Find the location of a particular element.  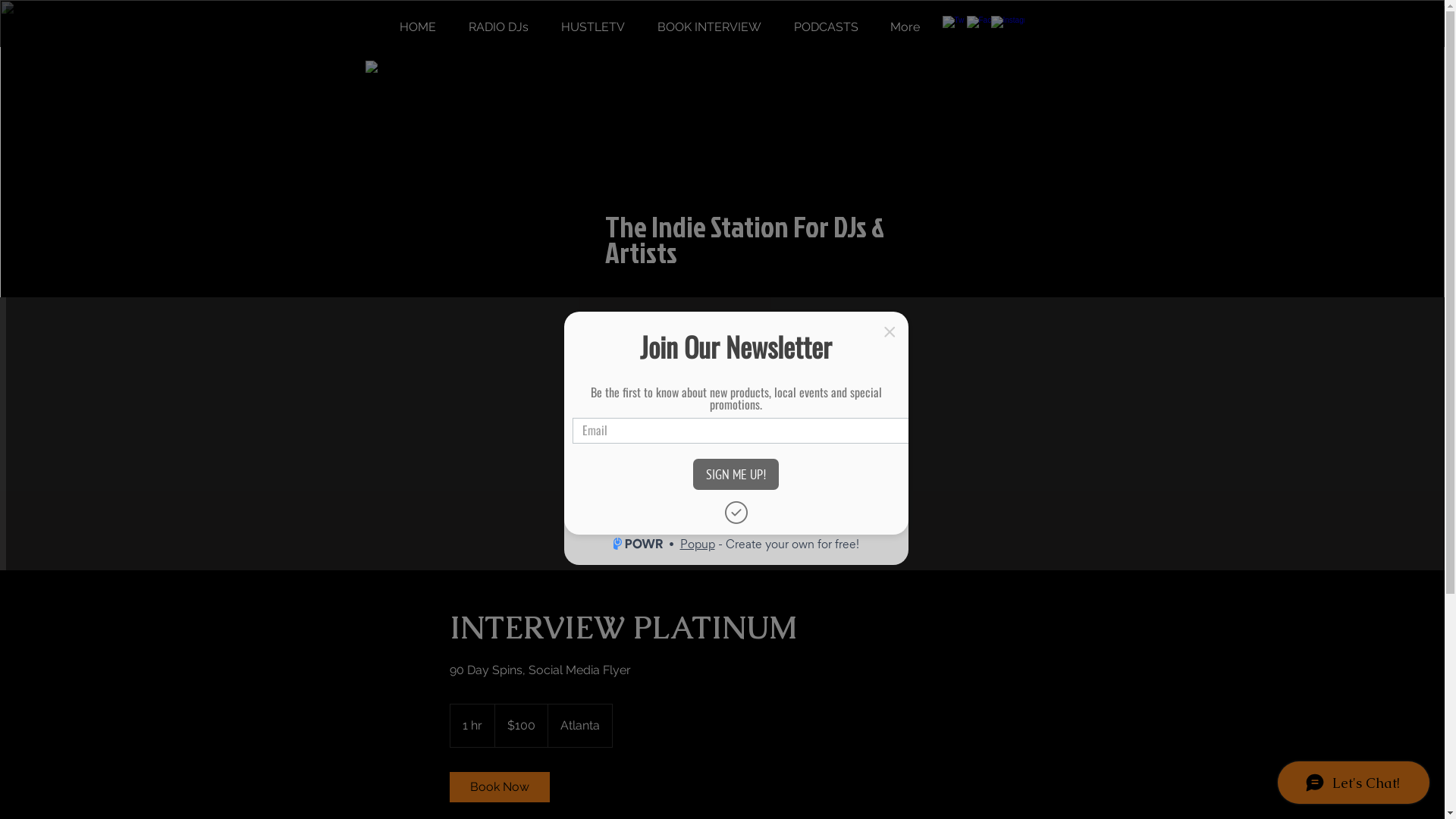

'HOME' is located at coordinates (383, 27).